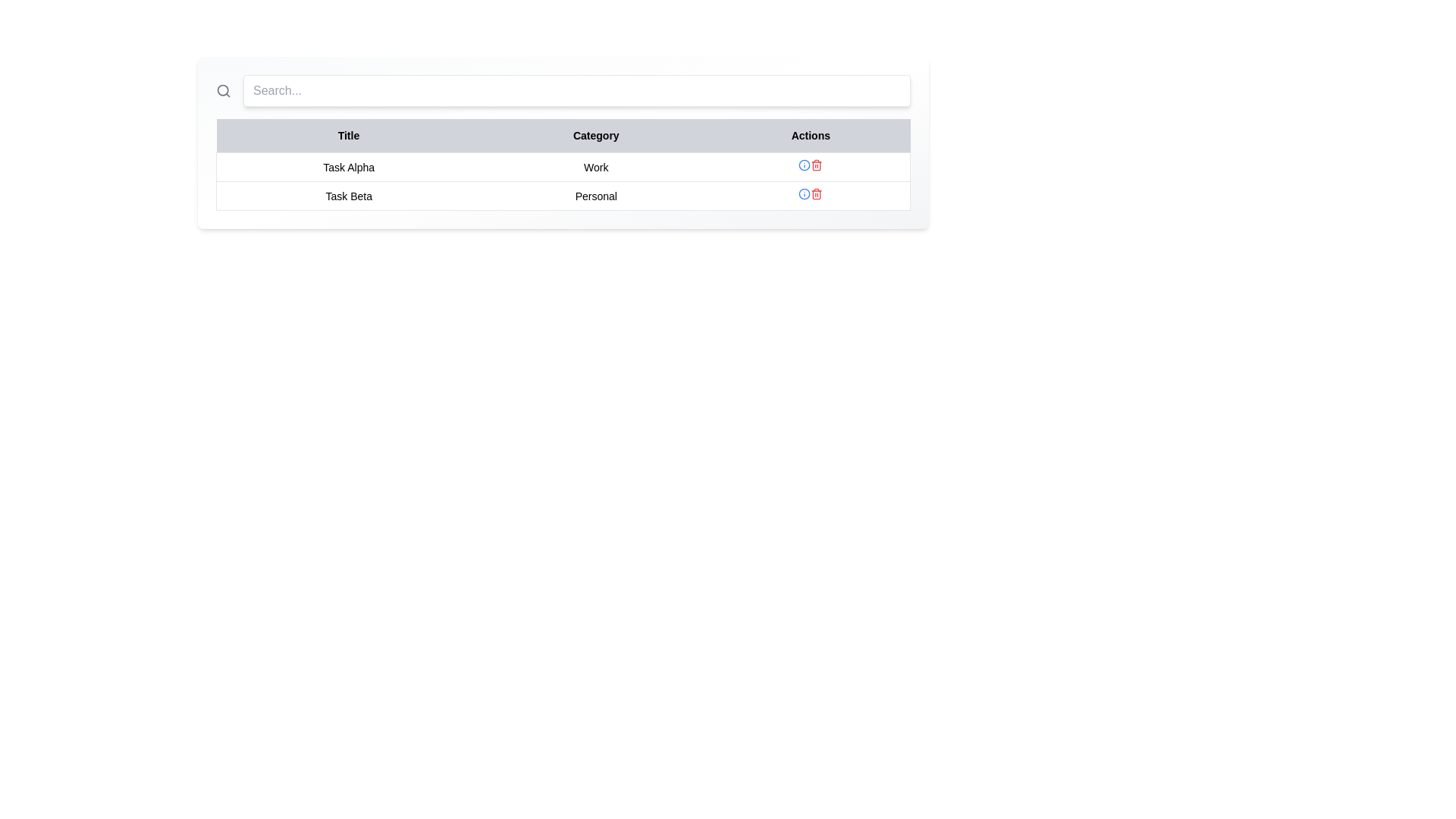 The width and height of the screenshot is (1456, 819). Describe the element at coordinates (804, 193) in the screenshot. I see `the button or icon link in the 'Actions' column of the first row of the table` at that location.